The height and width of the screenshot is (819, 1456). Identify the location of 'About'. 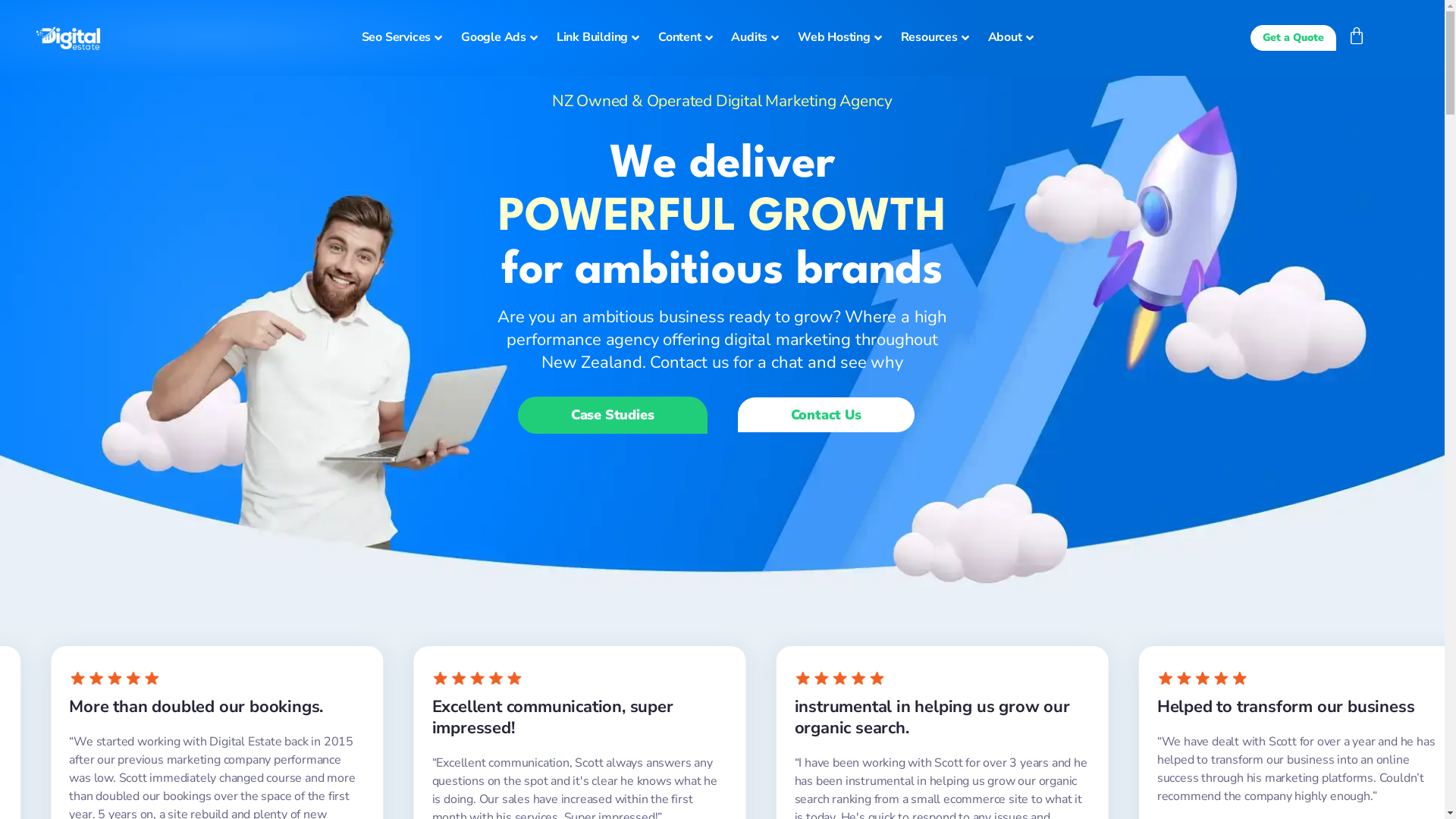
(1012, 37).